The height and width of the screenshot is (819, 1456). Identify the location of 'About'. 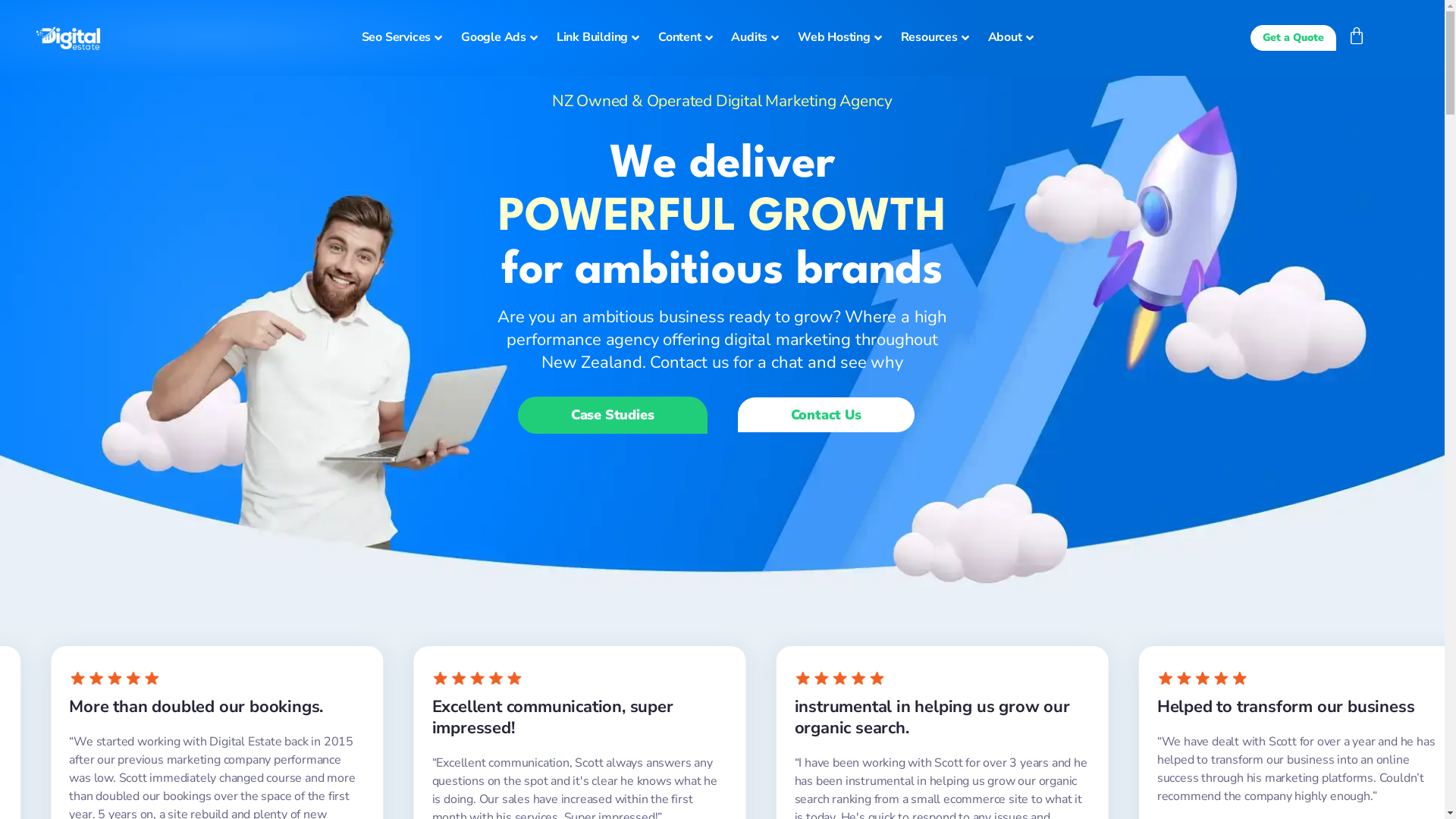
(1012, 37).